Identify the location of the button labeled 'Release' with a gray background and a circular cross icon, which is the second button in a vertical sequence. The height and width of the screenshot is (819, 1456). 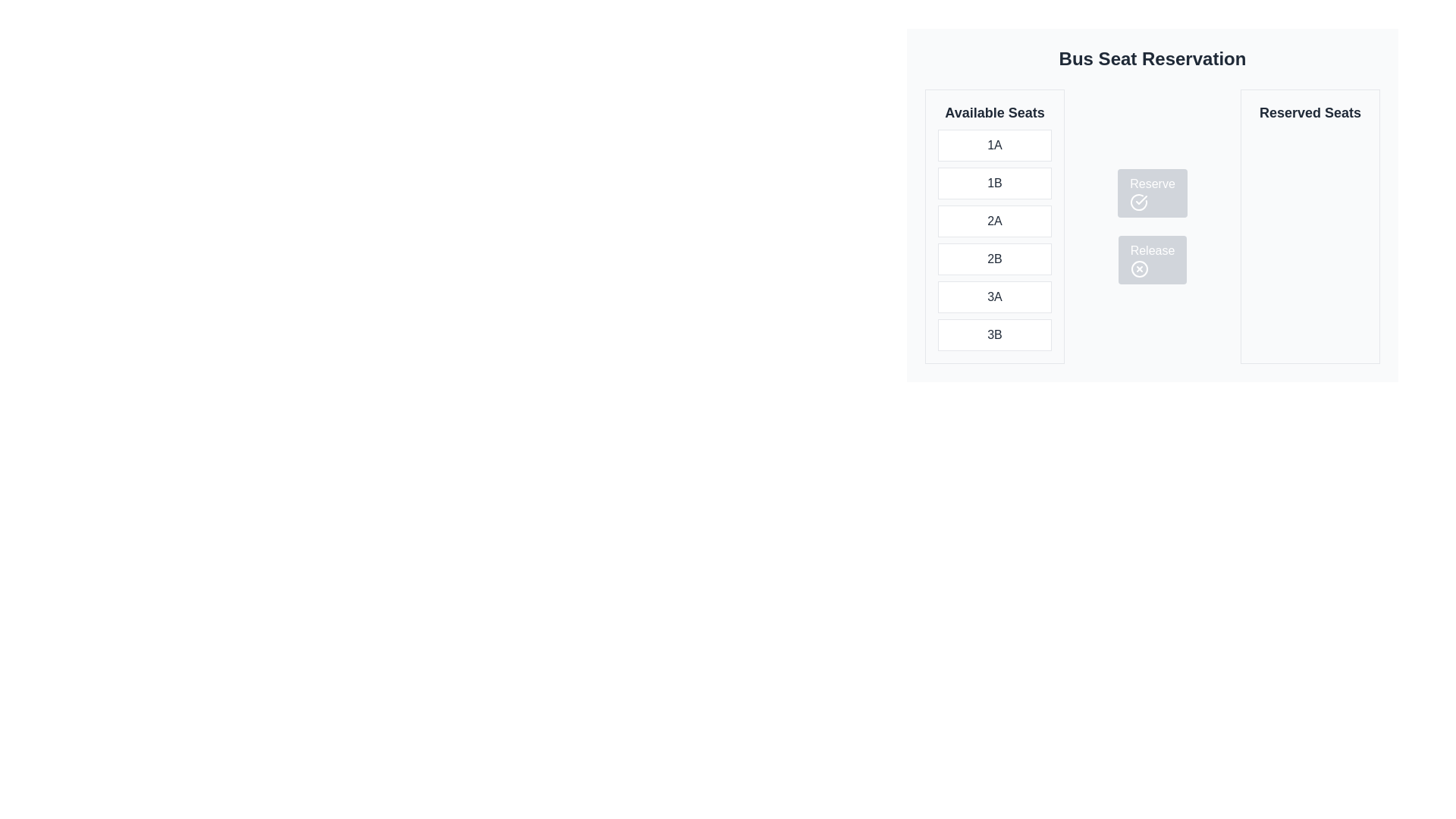
(1153, 259).